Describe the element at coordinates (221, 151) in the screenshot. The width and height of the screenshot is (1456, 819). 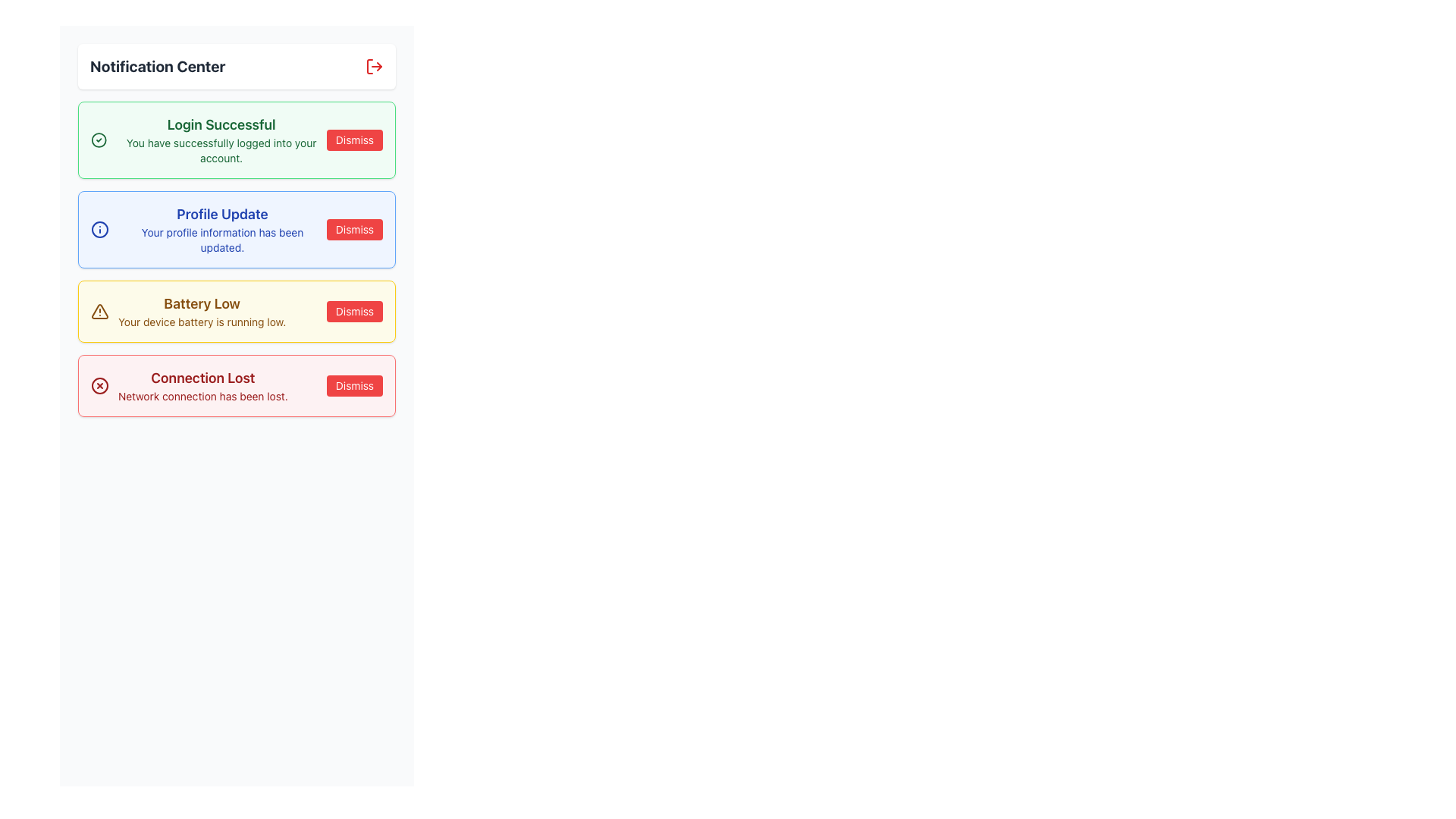
I see `the static text that reads 'You have successfully logged into your account.' which is located below the bold heading 'Login Successful.'` at that location.